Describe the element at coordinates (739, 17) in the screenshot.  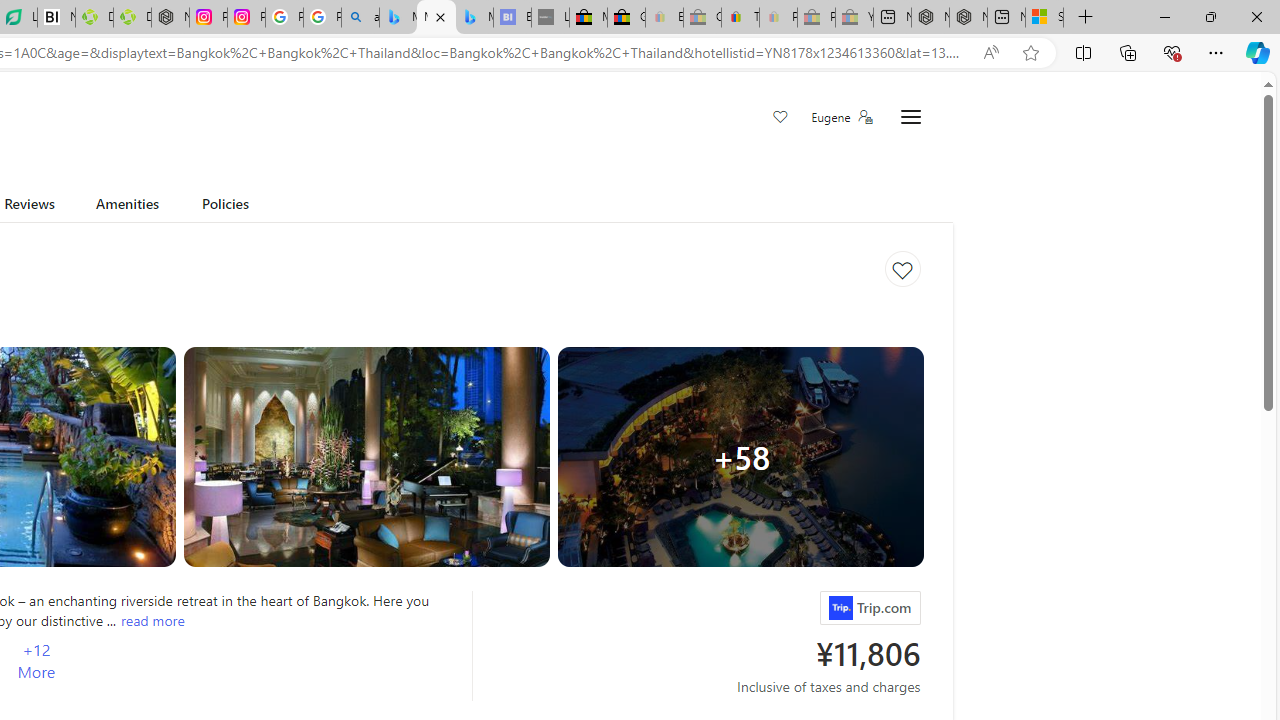
I see `'Threats and offensive language policy | eBay'` at that location.